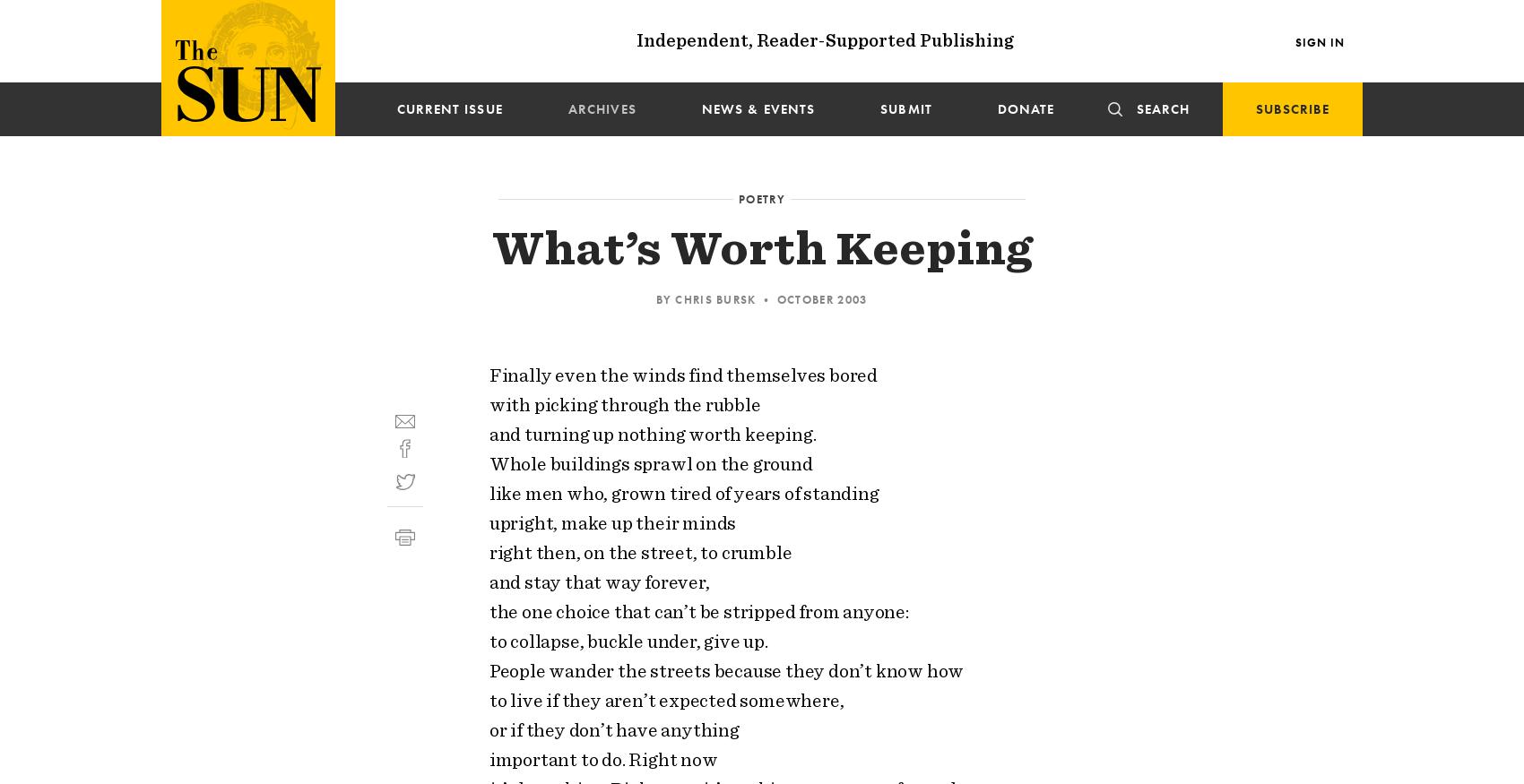  I want to click on 'Poetry', so click(737, 198).